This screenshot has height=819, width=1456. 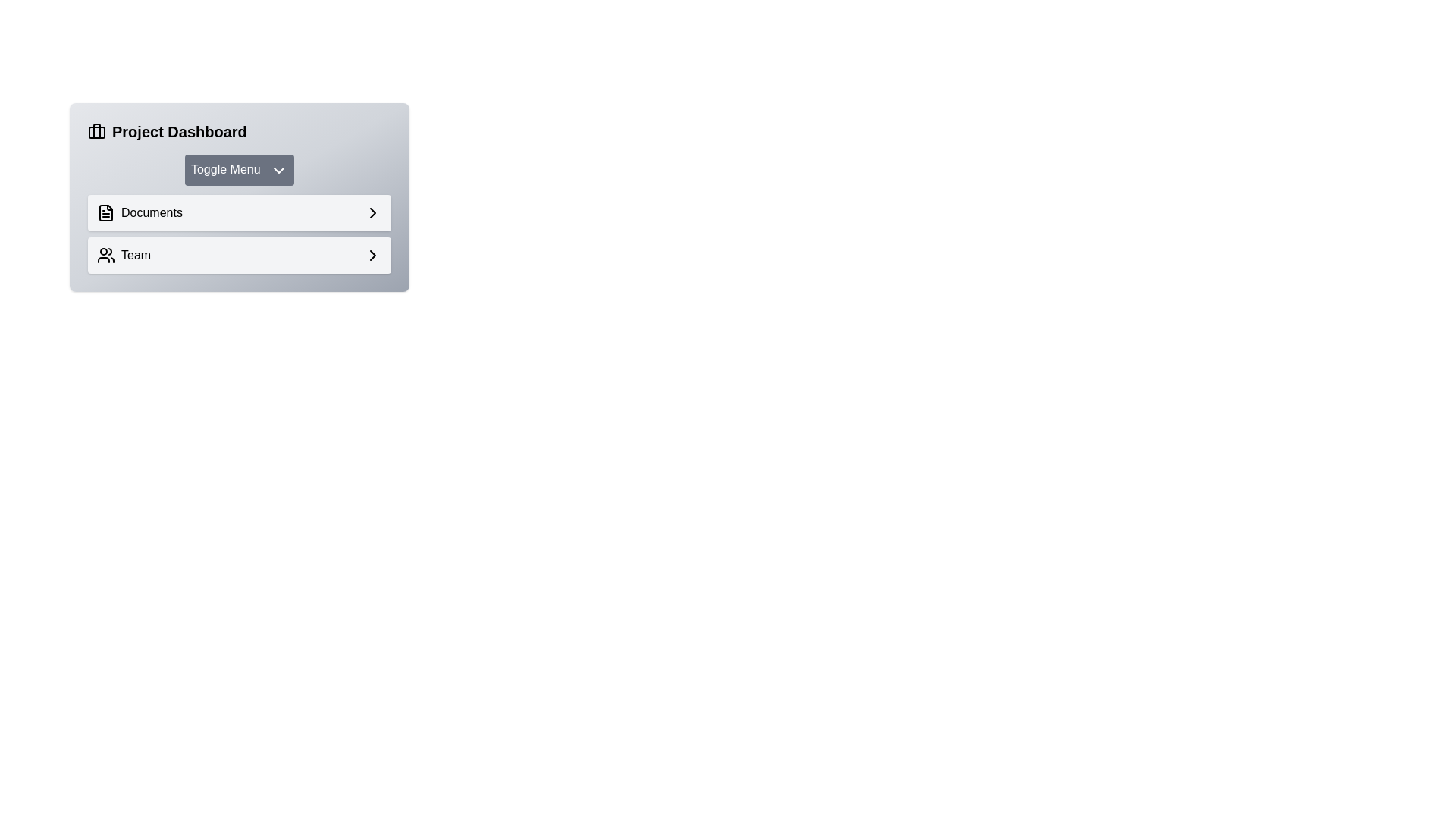 What do you see at coordinates (239, 253) in the screenshot?
I see `the 'Team' button, which is a light gray rectangular button with rounded corners and a shadow effect, located below the 'Documents' entry in the menu` at bounding box center [239, 253].